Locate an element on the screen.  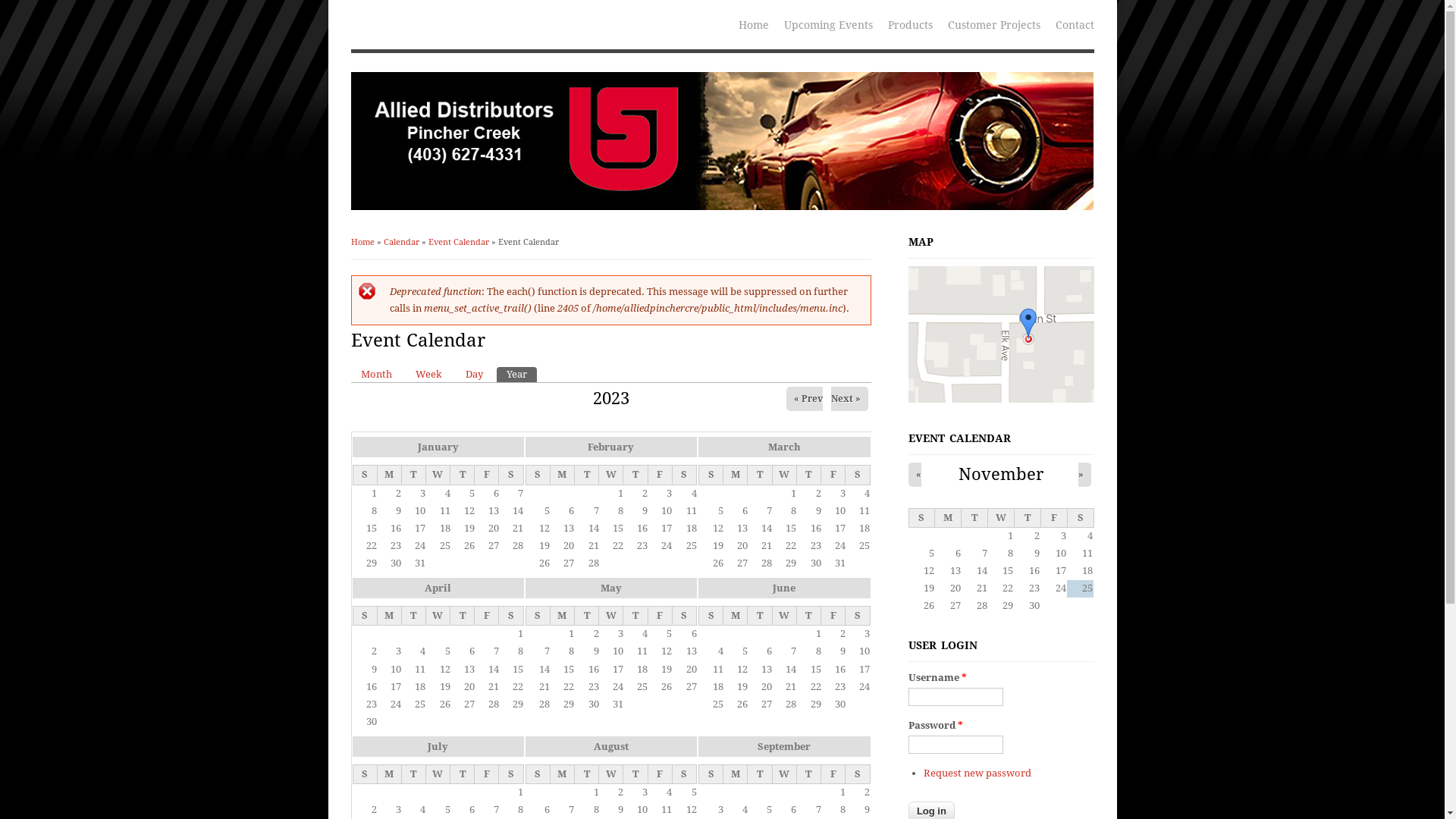
'January' is located at coordinates (436, 446).